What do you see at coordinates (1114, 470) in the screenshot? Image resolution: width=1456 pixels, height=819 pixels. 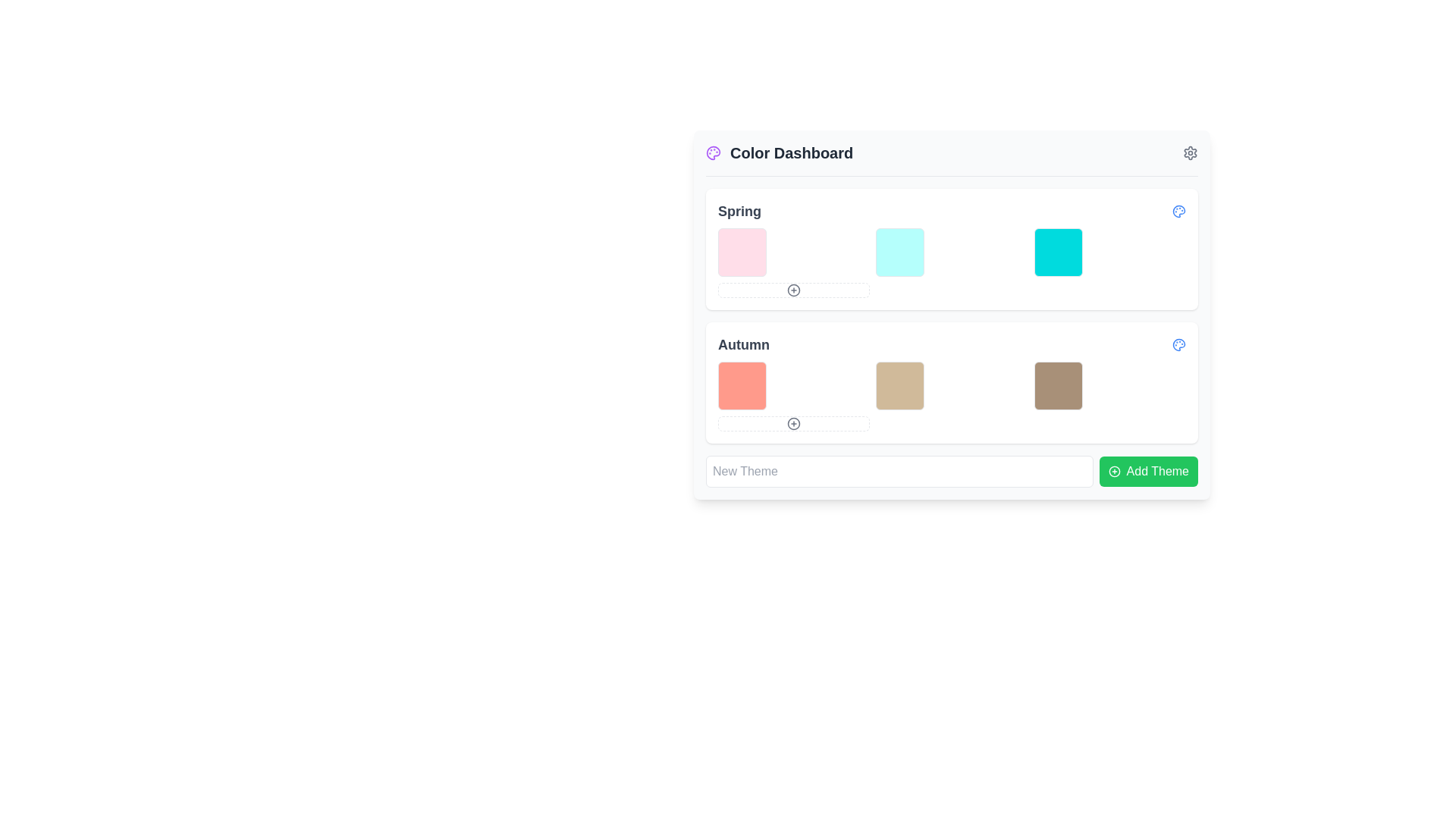 I see `the circular icon with a cross inside it, which is styled with a green background and located at the bottom-right corner of the 'Add Theme' button` at bounding box center [1114, 470].